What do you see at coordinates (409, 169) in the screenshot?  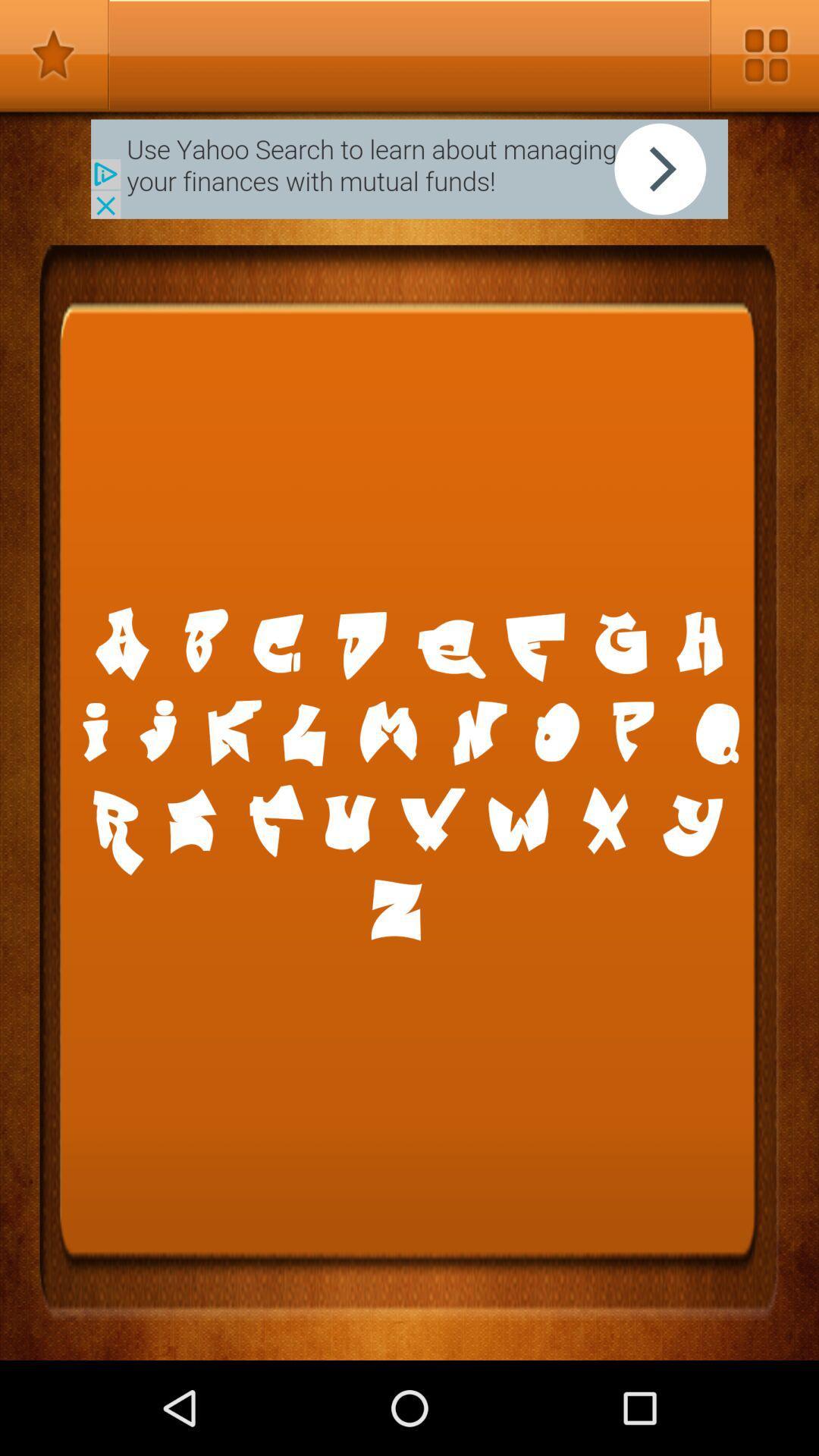 I see `advertisement` at bounding box center [409, 169].